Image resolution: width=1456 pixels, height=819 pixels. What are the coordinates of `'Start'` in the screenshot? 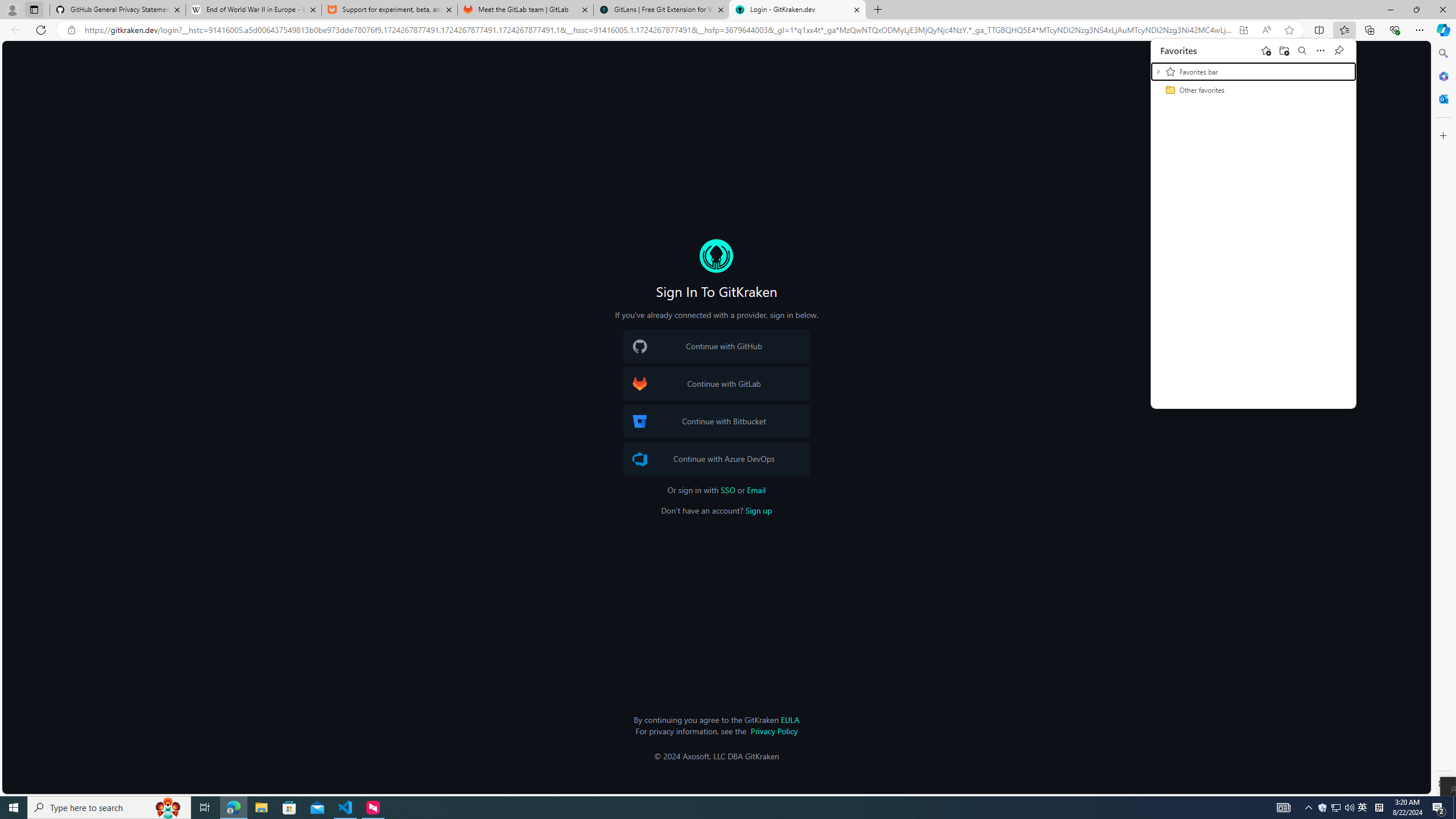 It's located at (14, 806).